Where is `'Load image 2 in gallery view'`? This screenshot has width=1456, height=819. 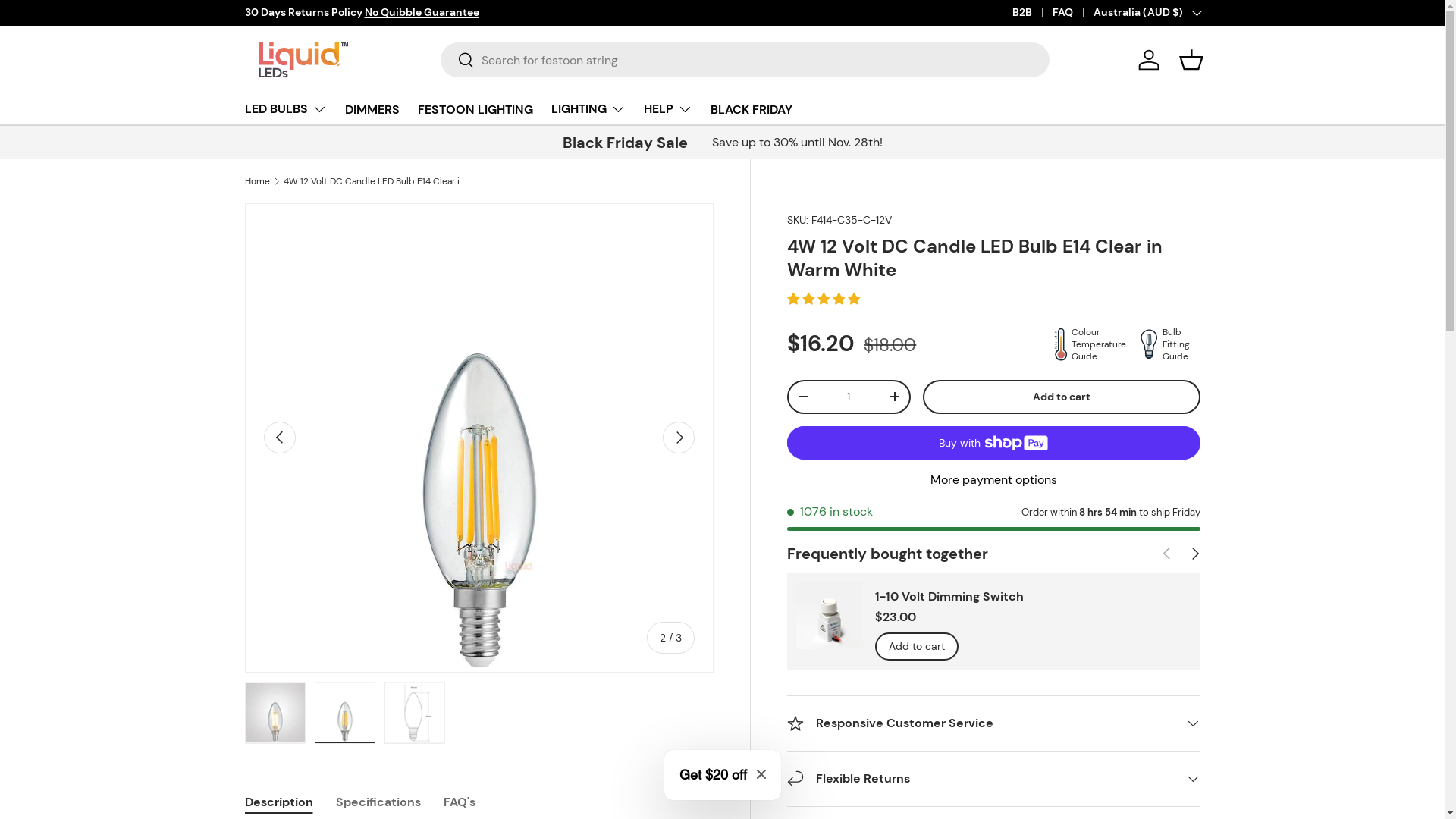
'Load image 2 in gallery view' is located at coordinates (344, 713).